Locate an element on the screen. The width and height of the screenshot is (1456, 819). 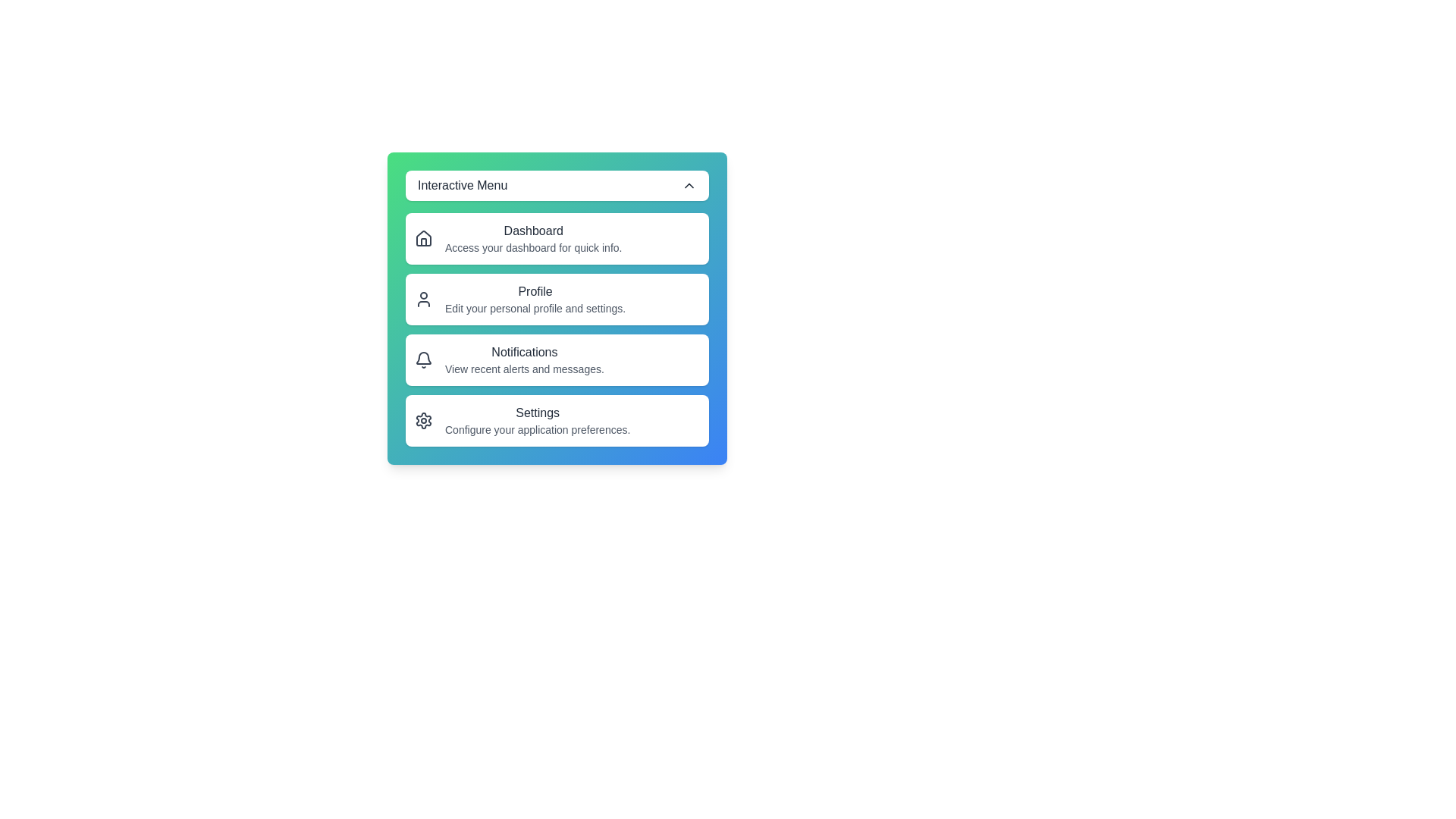
the menu item Notifications to view its details is located at coordinates (556, 359).